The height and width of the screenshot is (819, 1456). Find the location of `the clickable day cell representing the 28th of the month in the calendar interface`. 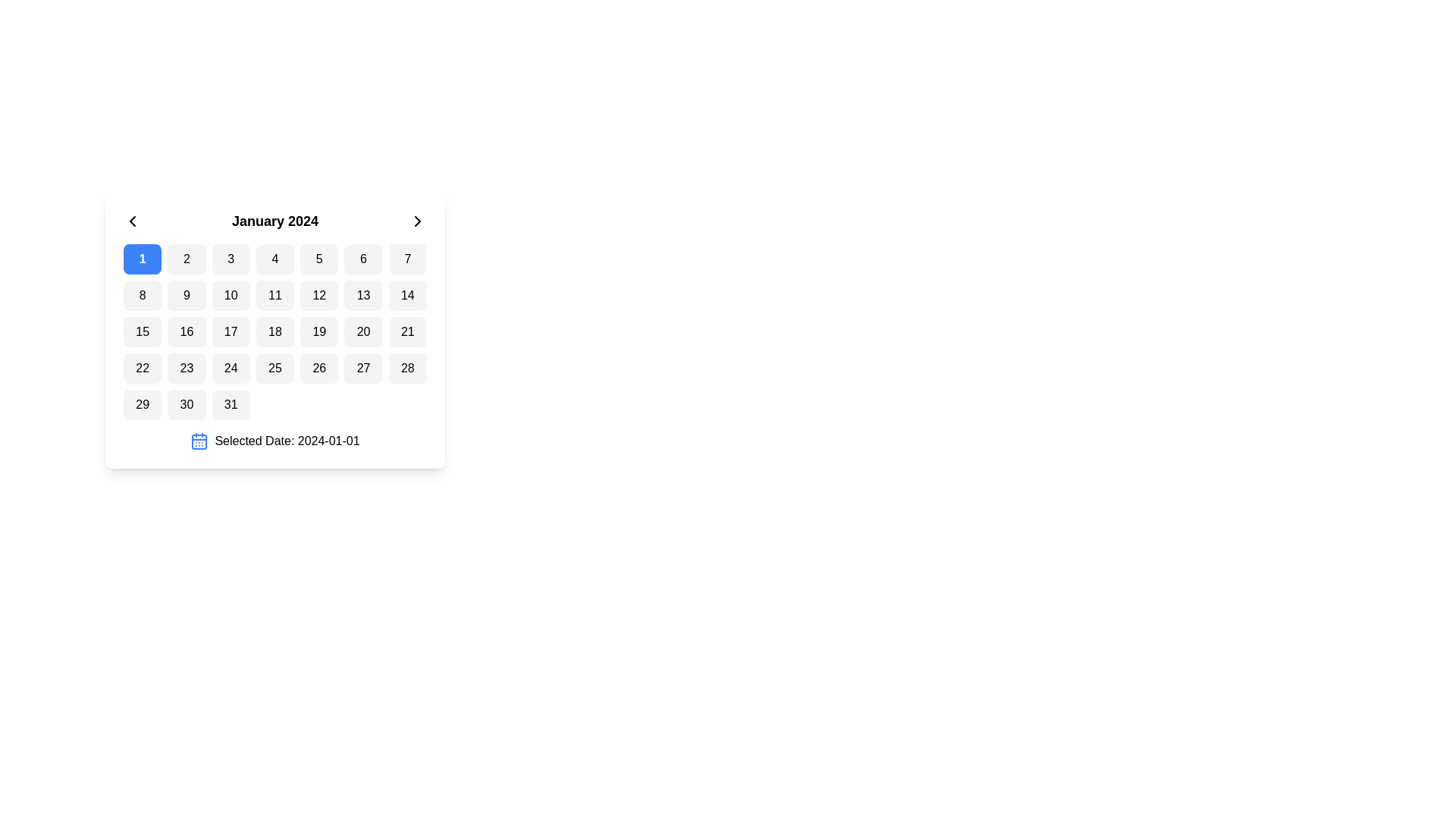

the clickable day cell representing the 28th of the month in the calendar interface is located at coordinates (407, 369).